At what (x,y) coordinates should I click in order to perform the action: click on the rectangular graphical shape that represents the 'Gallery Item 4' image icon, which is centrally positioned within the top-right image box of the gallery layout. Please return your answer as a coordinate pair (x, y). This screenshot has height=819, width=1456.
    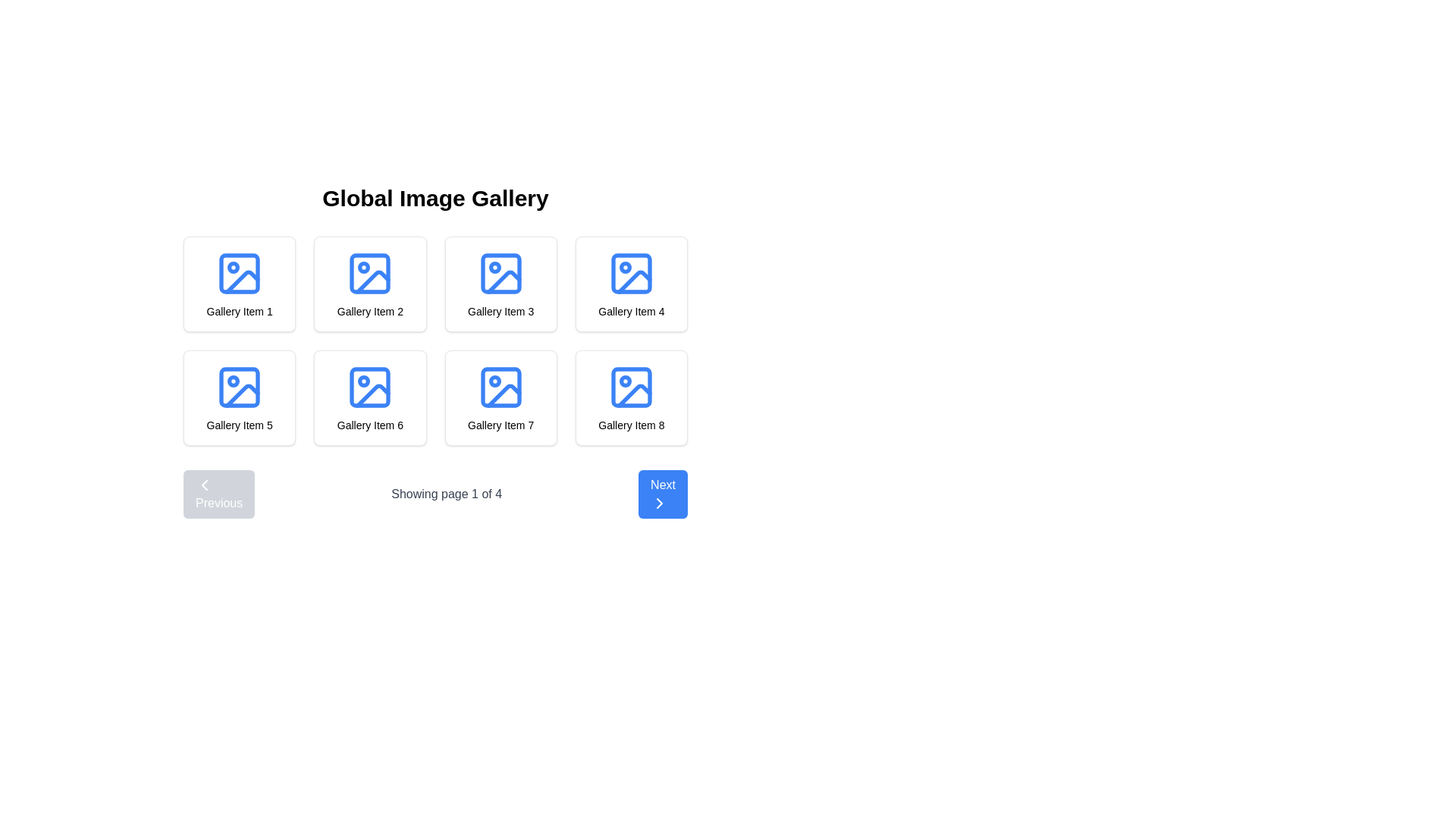
    Looking at the image, I should click on (631, 274).